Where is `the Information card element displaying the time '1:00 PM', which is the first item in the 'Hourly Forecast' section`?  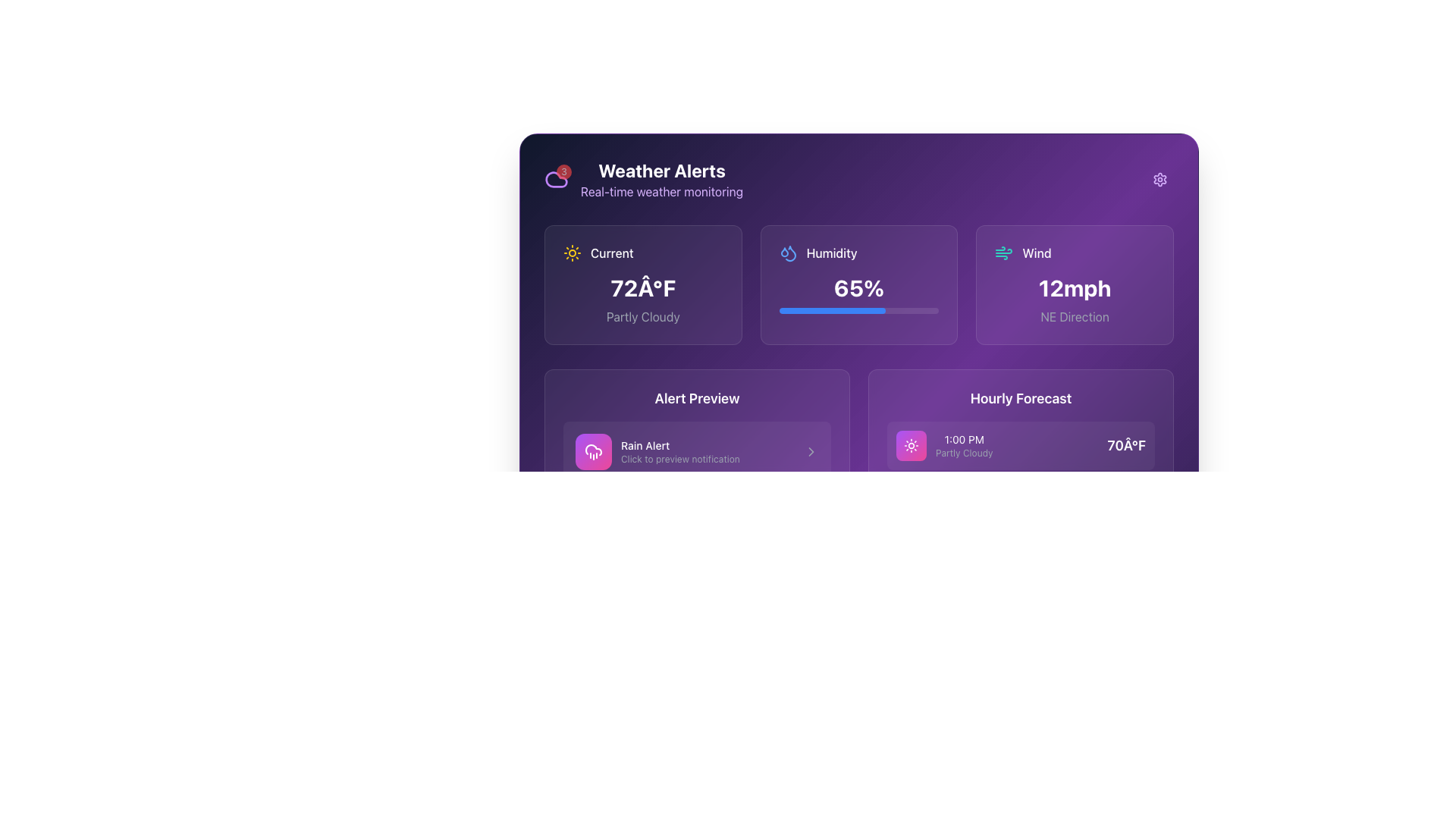
the Information card element displaying the time '1:00 PM', which is the first item in the 'Hourly Forecast' section is located at coordinates (1021, 444).